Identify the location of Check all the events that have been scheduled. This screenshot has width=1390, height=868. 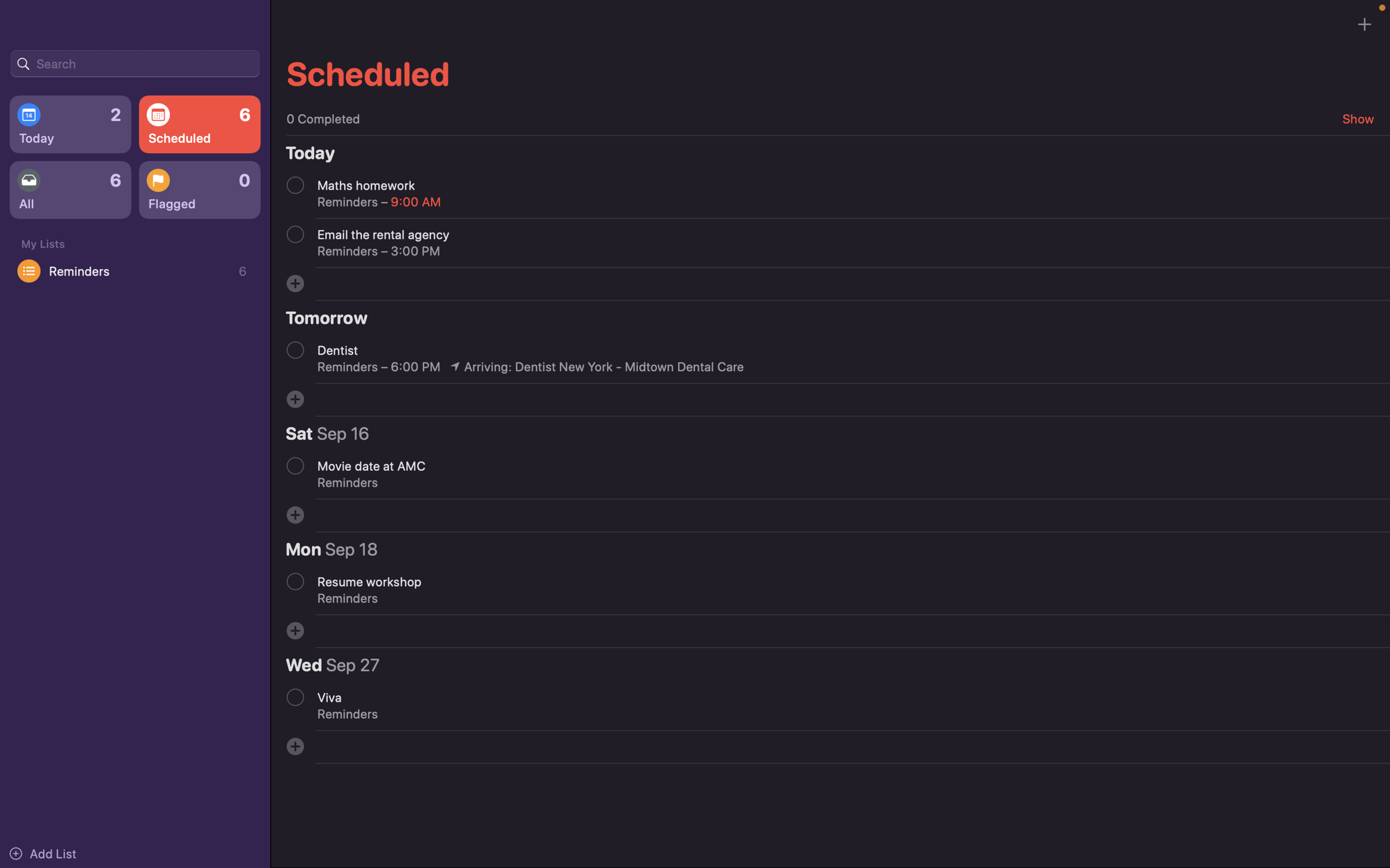
(198, 123).